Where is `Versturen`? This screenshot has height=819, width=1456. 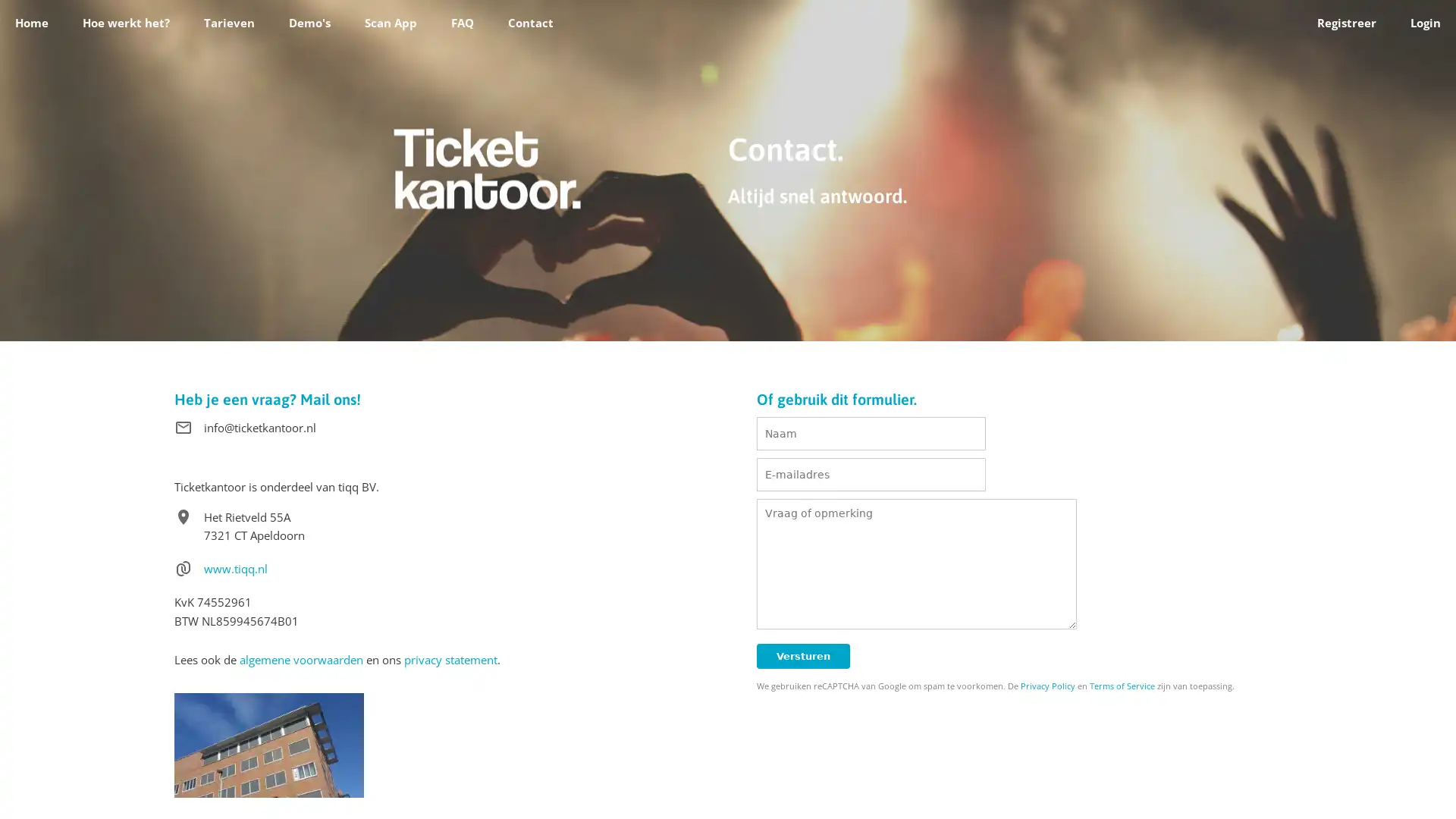
Versturen is located at coordinates (802, 655).